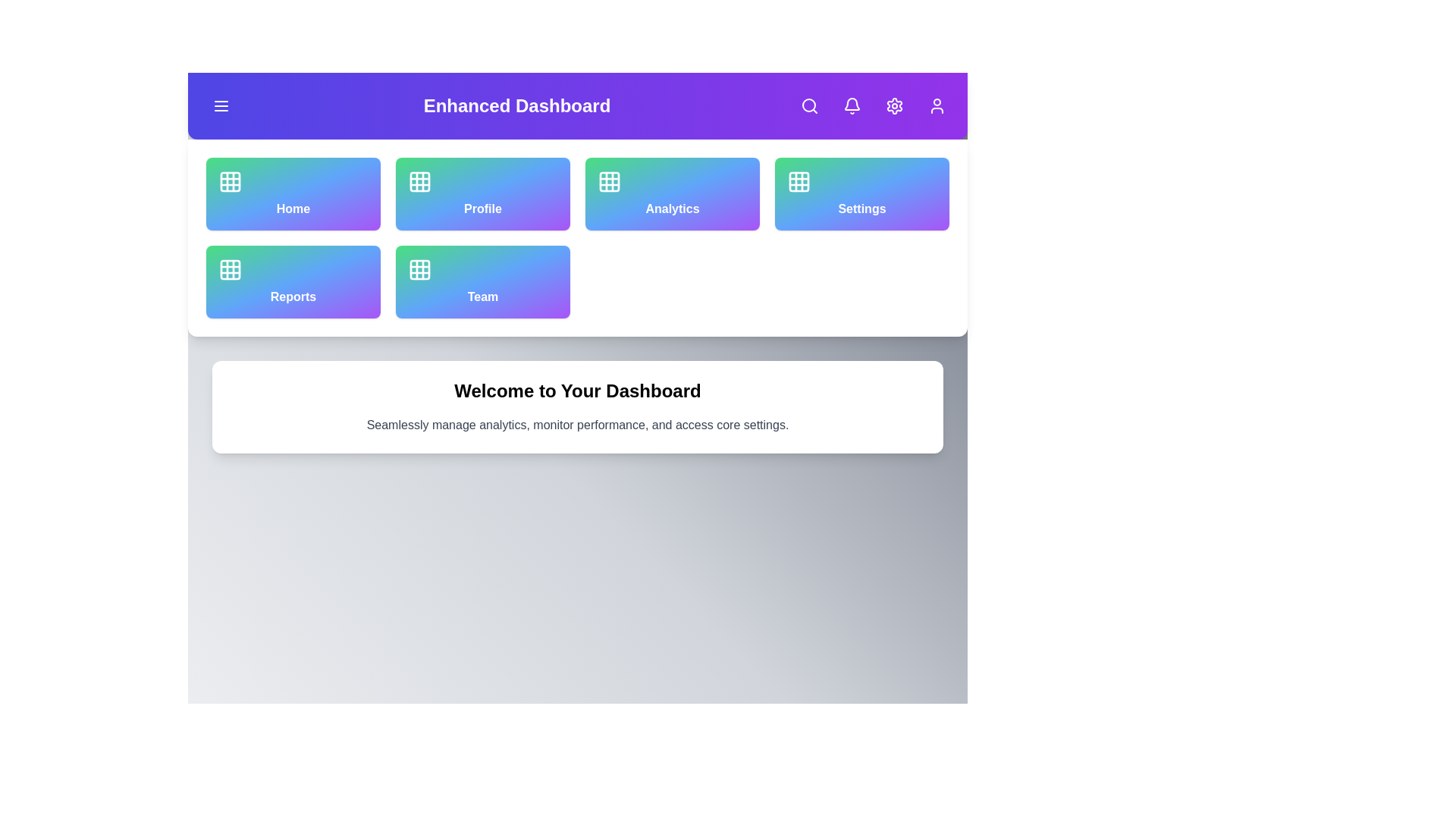 This screenshot has width=1456, height=819. Describe the element at coordinates (221, 105) in the screenshot. I see `menu toggle button to toggle the menu visibility` at that location.